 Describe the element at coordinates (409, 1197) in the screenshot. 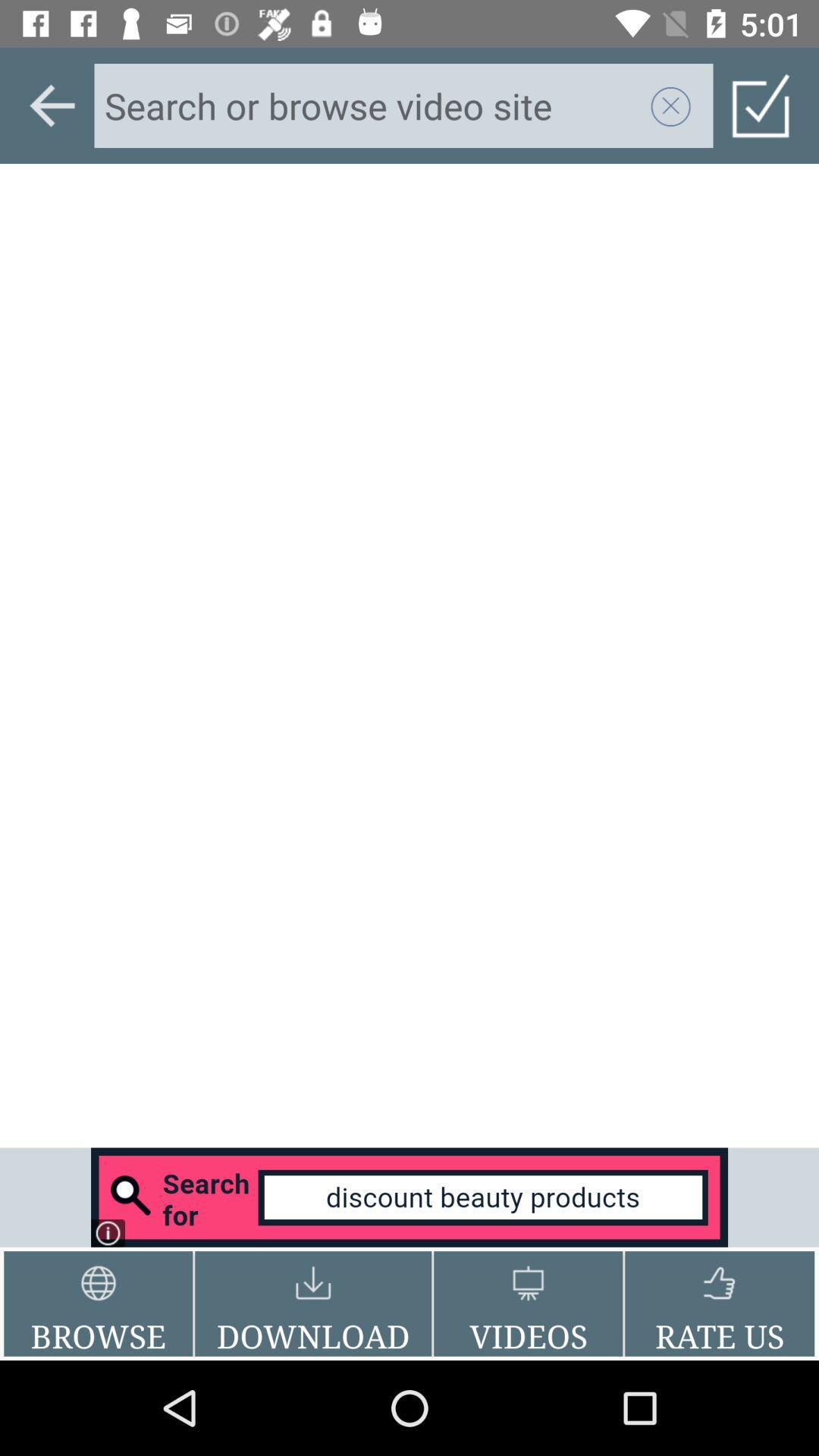

I see `visit advertiser` at that location.